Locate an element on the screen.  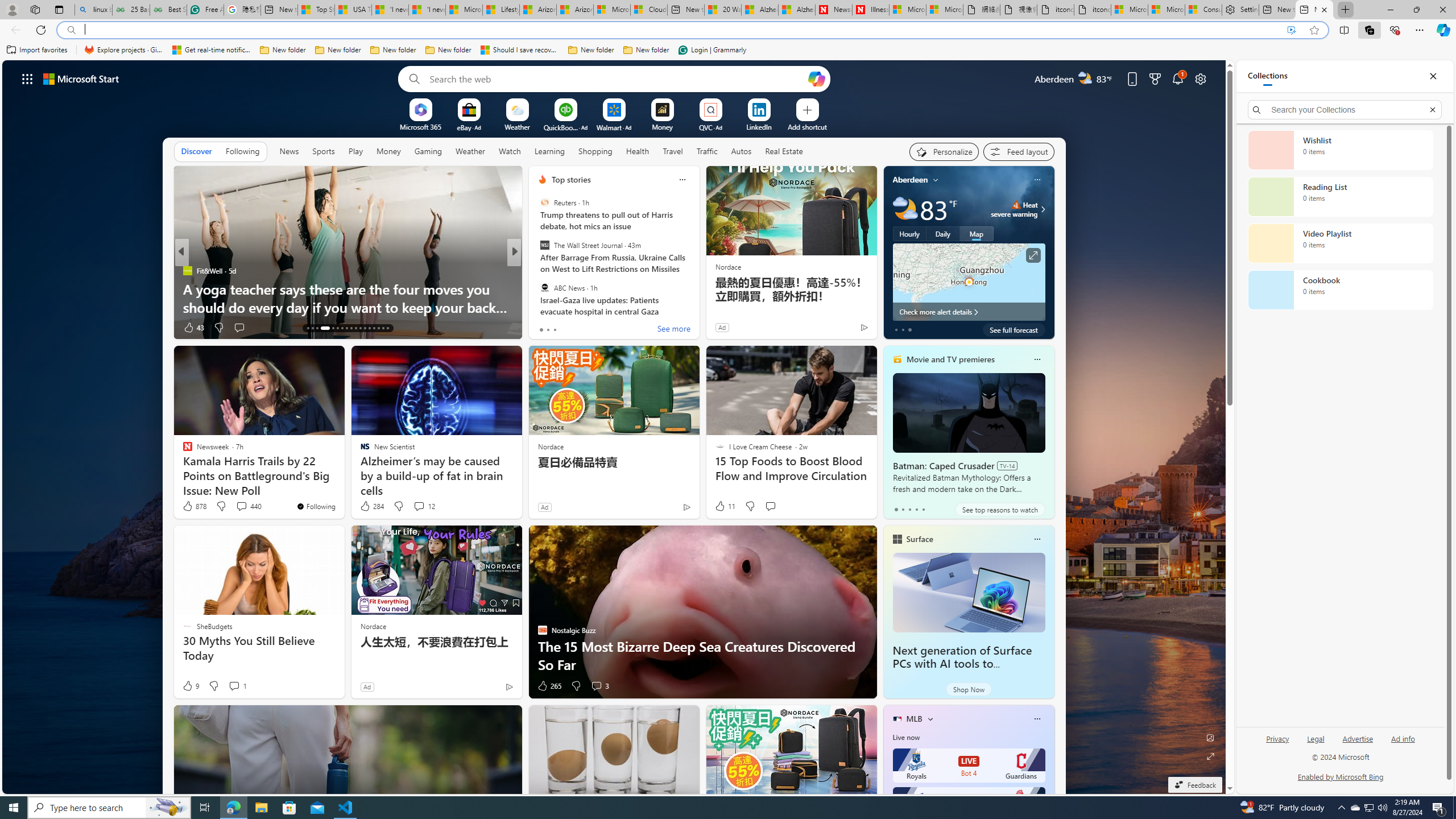
'Login | Grammarly' is located at coordinates (712, 49).